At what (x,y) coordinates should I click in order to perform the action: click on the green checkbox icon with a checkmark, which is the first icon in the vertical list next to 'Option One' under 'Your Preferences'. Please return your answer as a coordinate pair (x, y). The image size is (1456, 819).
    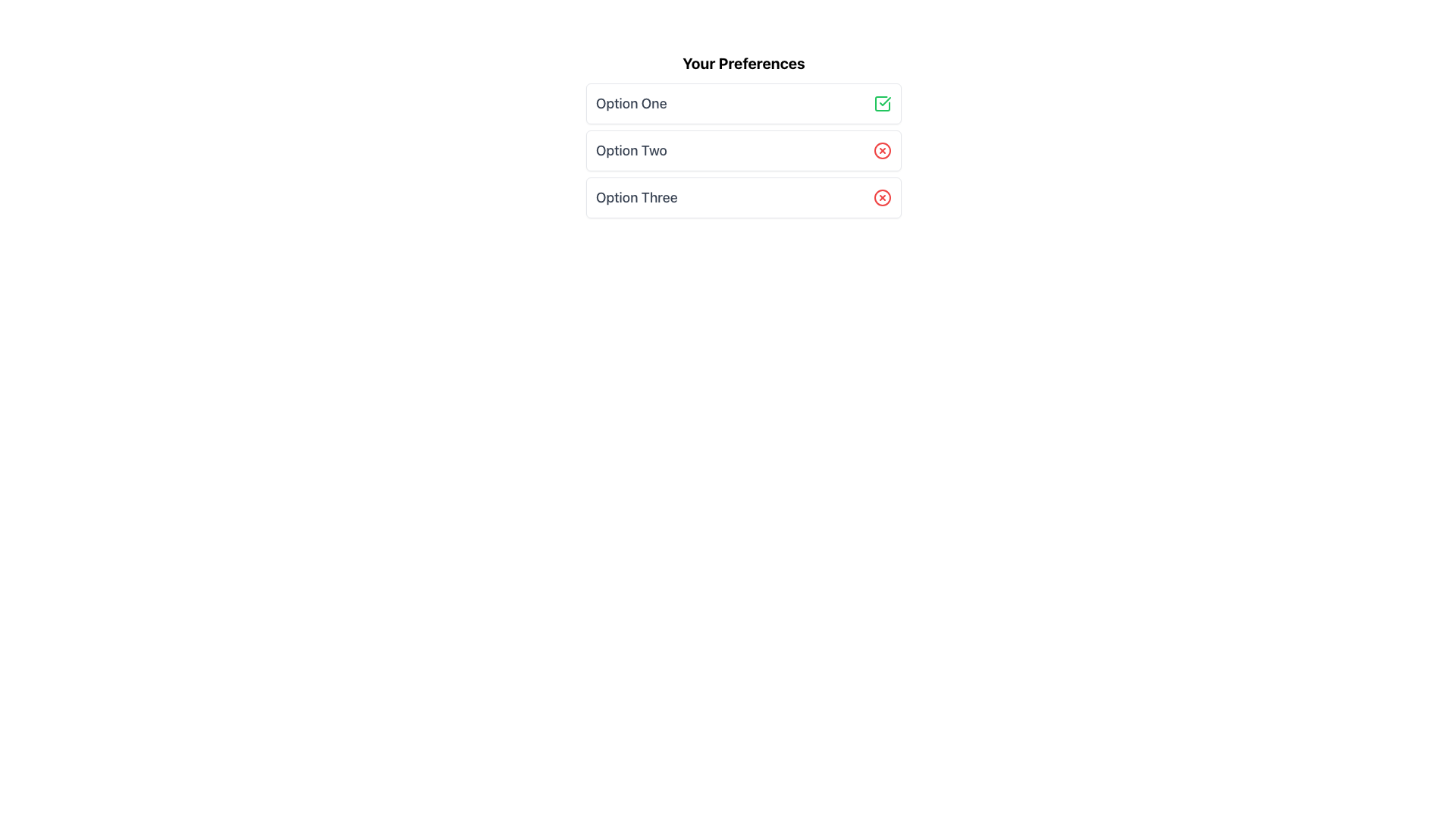
    Looking at the image, I should click on (882, 103).